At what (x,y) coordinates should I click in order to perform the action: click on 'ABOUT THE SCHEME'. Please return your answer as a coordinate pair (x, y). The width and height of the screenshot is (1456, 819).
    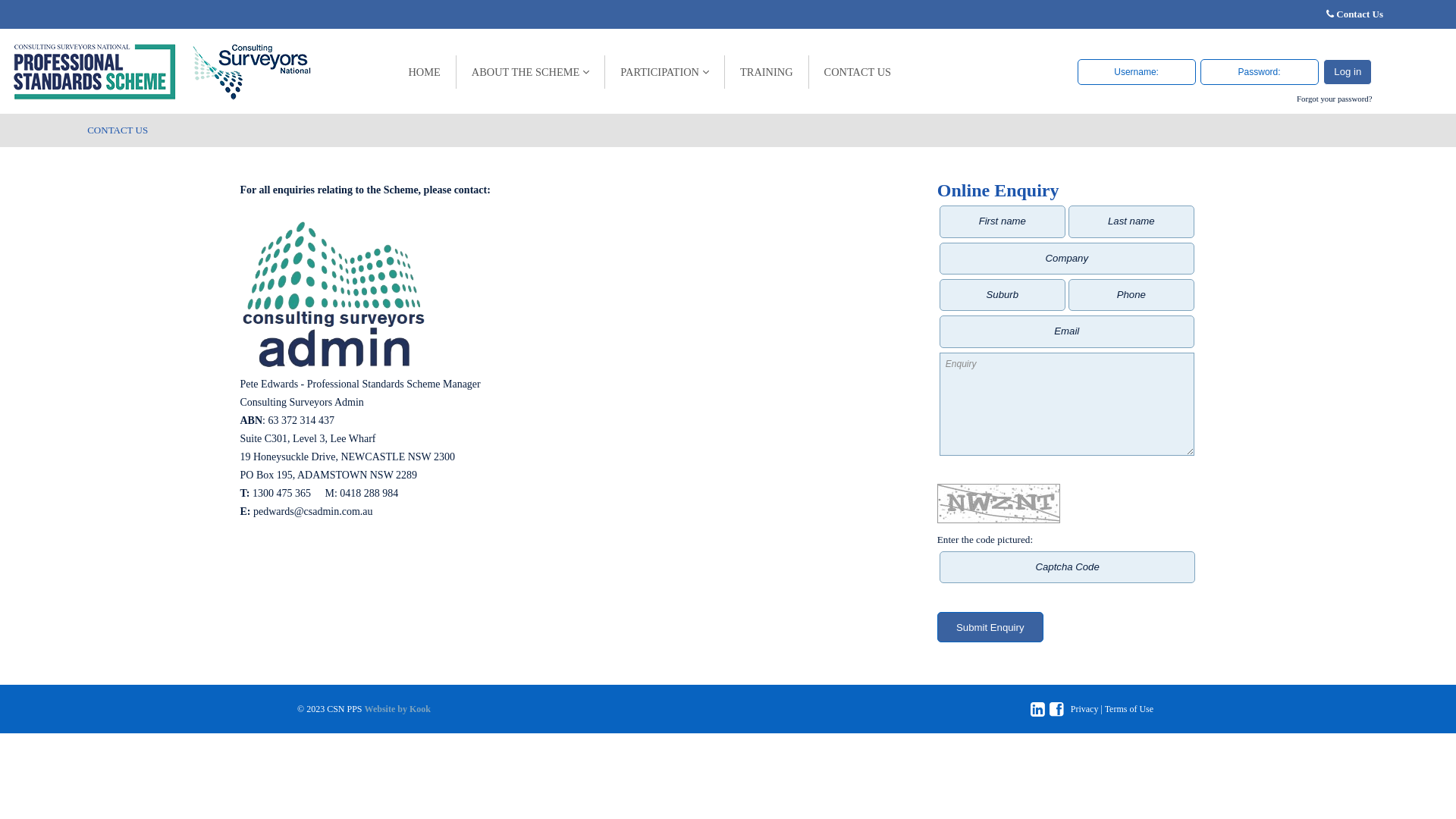
    Looking at the image, I should click on (531, 72).